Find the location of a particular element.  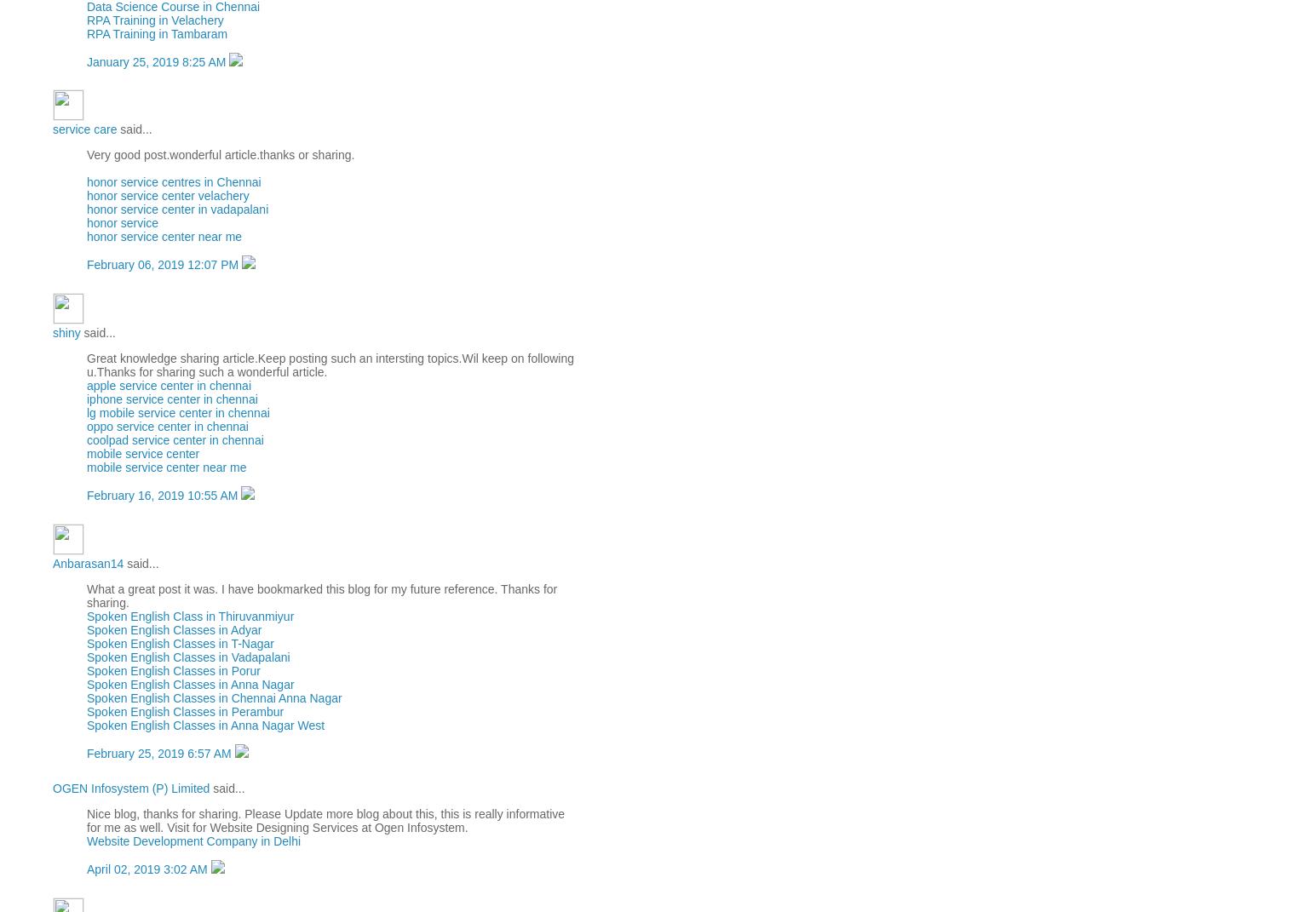

'What a great post it was. I have bookmarked this blog for my future reference. Thanks for sharing.' is located at coordinates (321, 595).